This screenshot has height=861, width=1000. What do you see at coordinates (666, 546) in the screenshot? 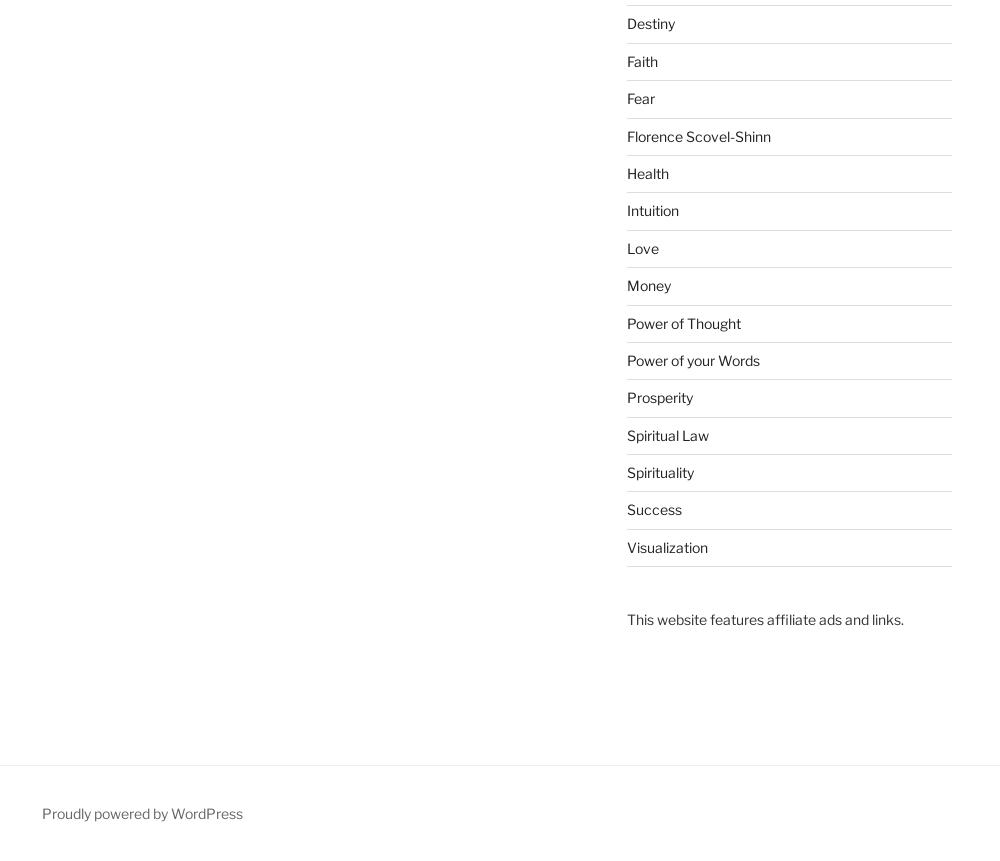
I see `'Visualization'` at bounding box center [666, 546].